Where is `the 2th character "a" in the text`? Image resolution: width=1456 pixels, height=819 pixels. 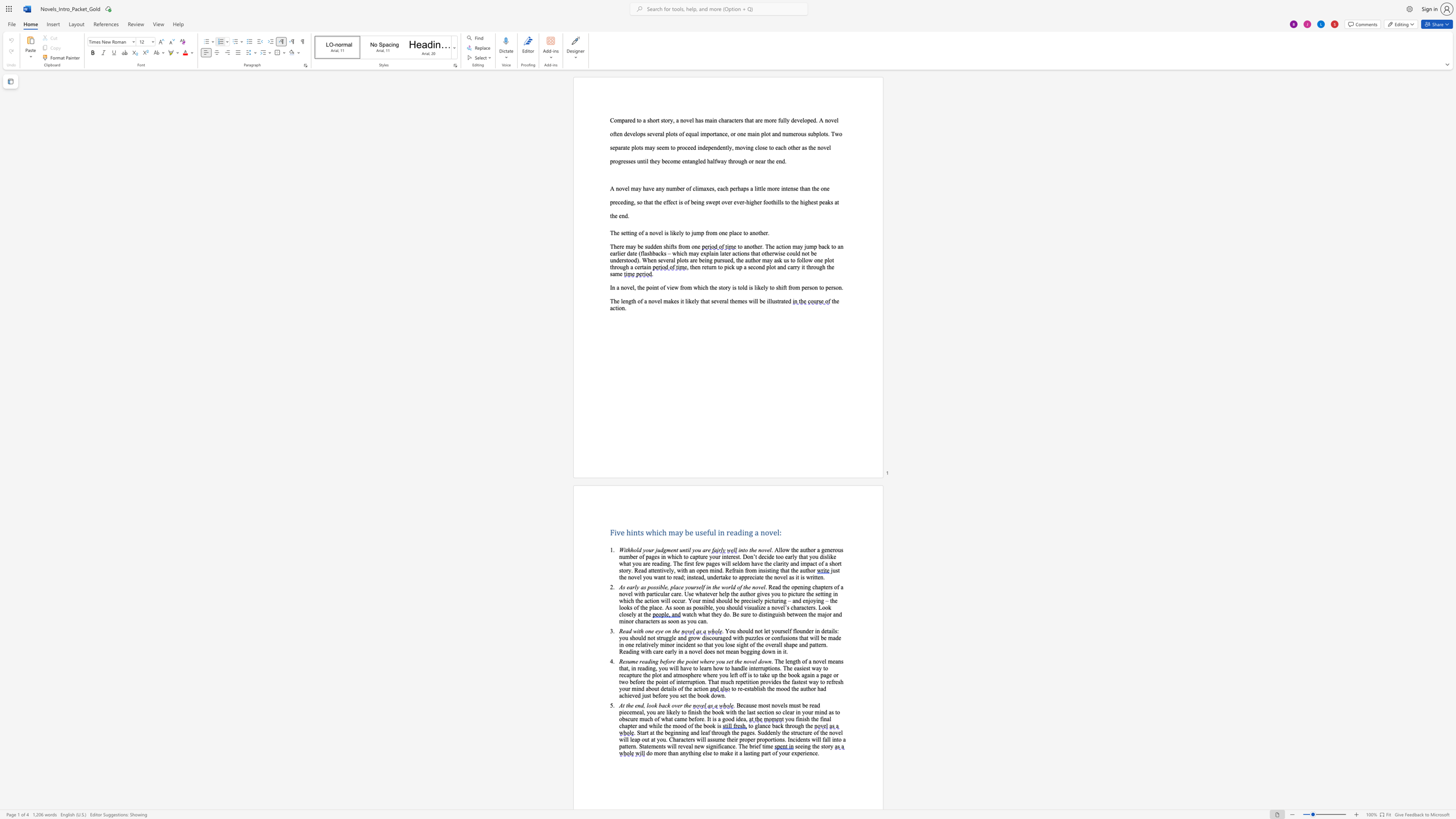 the 2th character "a" in the text is located at coordinates (745, 718).